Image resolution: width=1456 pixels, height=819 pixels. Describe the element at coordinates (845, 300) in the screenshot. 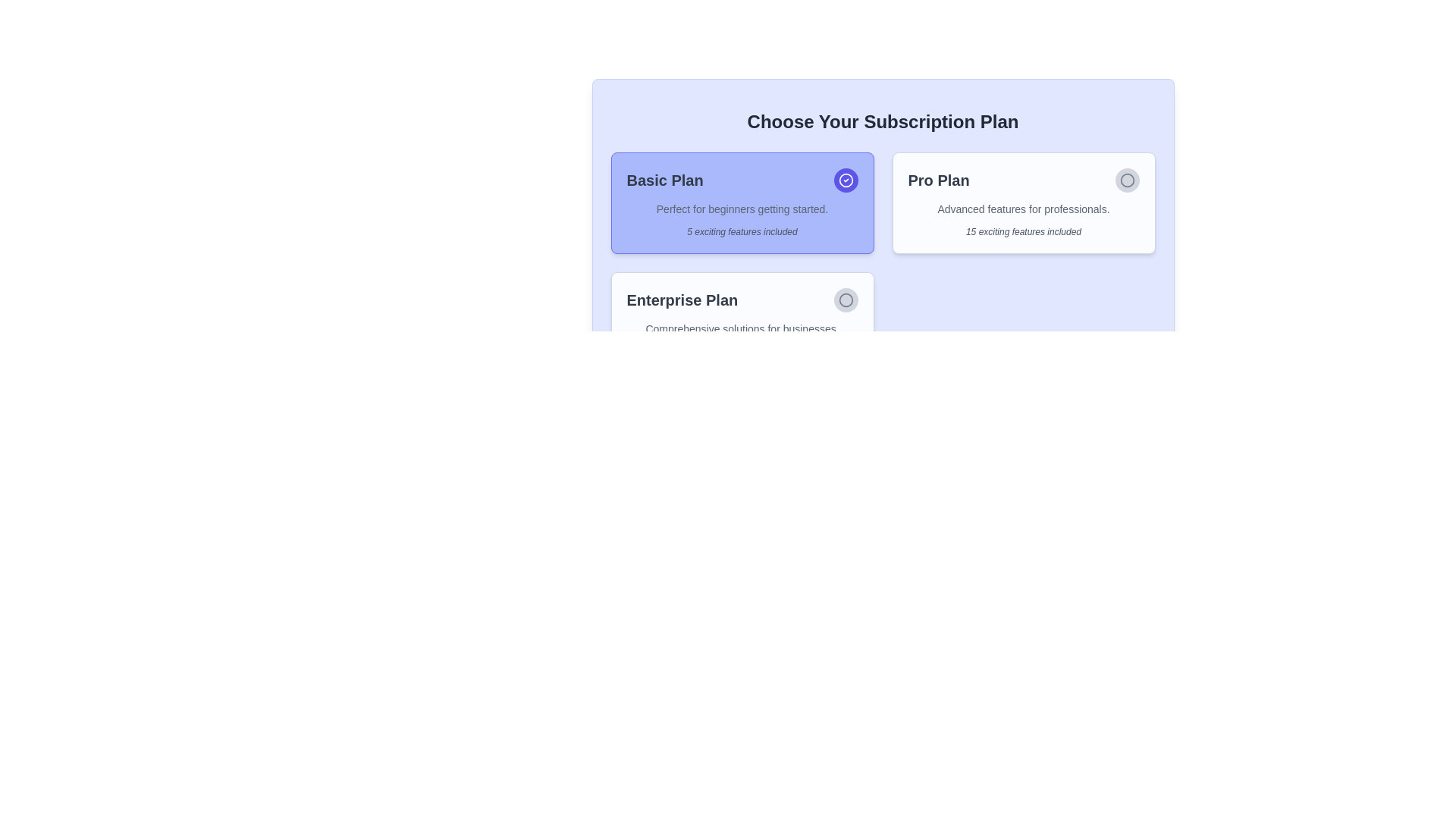

I see `the icon-based button or radio button located to the right of the 'Enterprise Plan' text` at that location.